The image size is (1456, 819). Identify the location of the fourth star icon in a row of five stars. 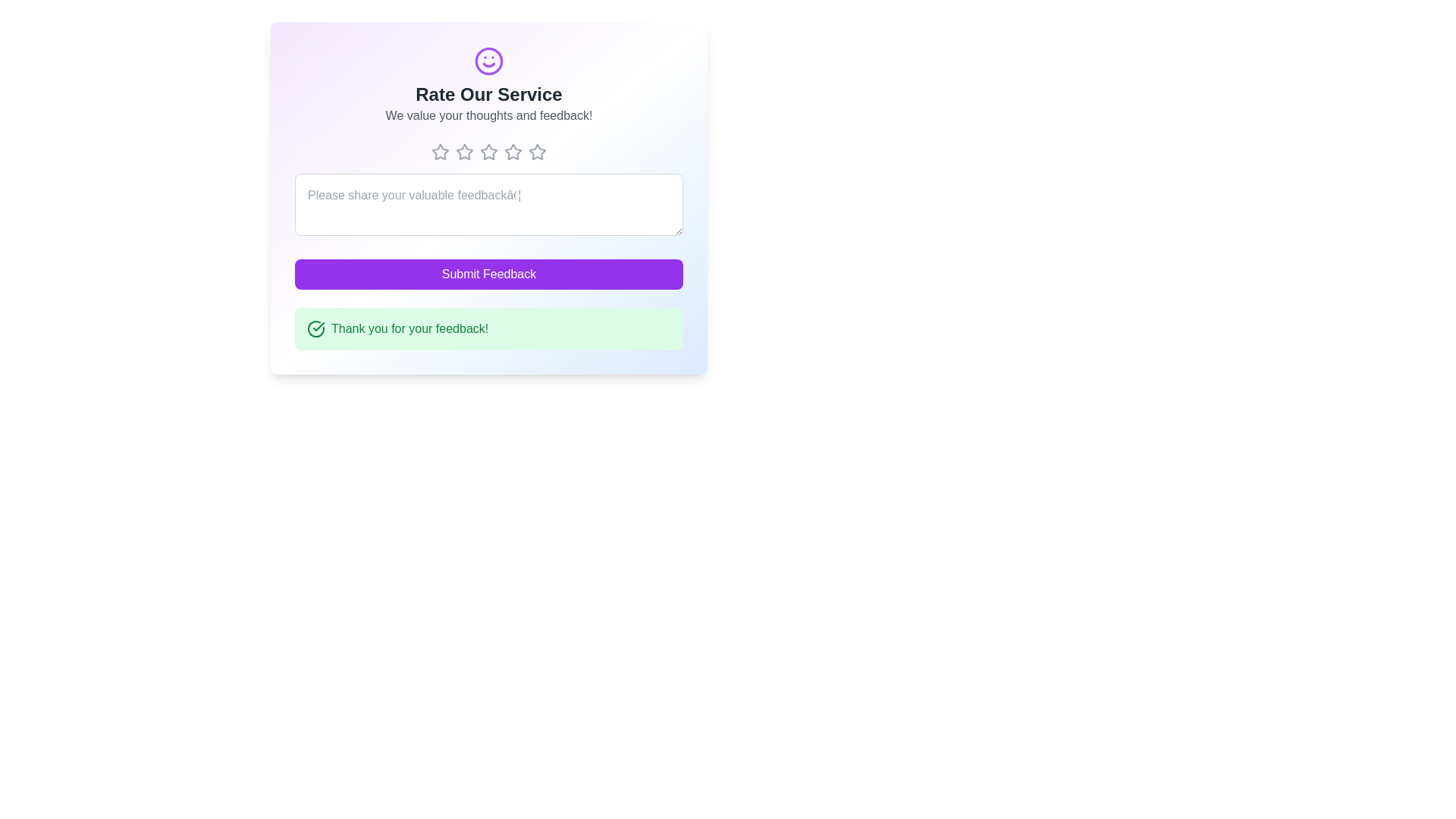
(488, 152).